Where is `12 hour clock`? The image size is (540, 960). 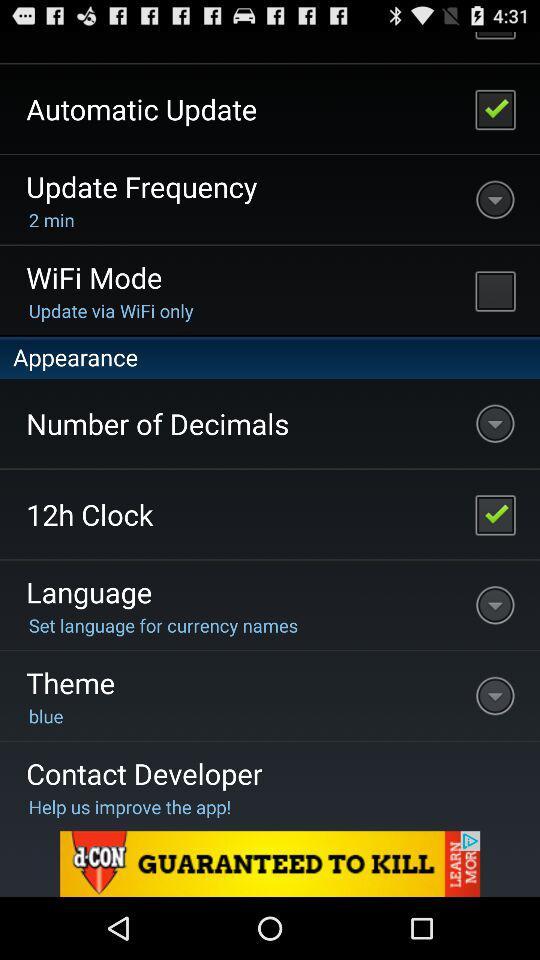
12 hour clock is located at coordinates (494, 513).